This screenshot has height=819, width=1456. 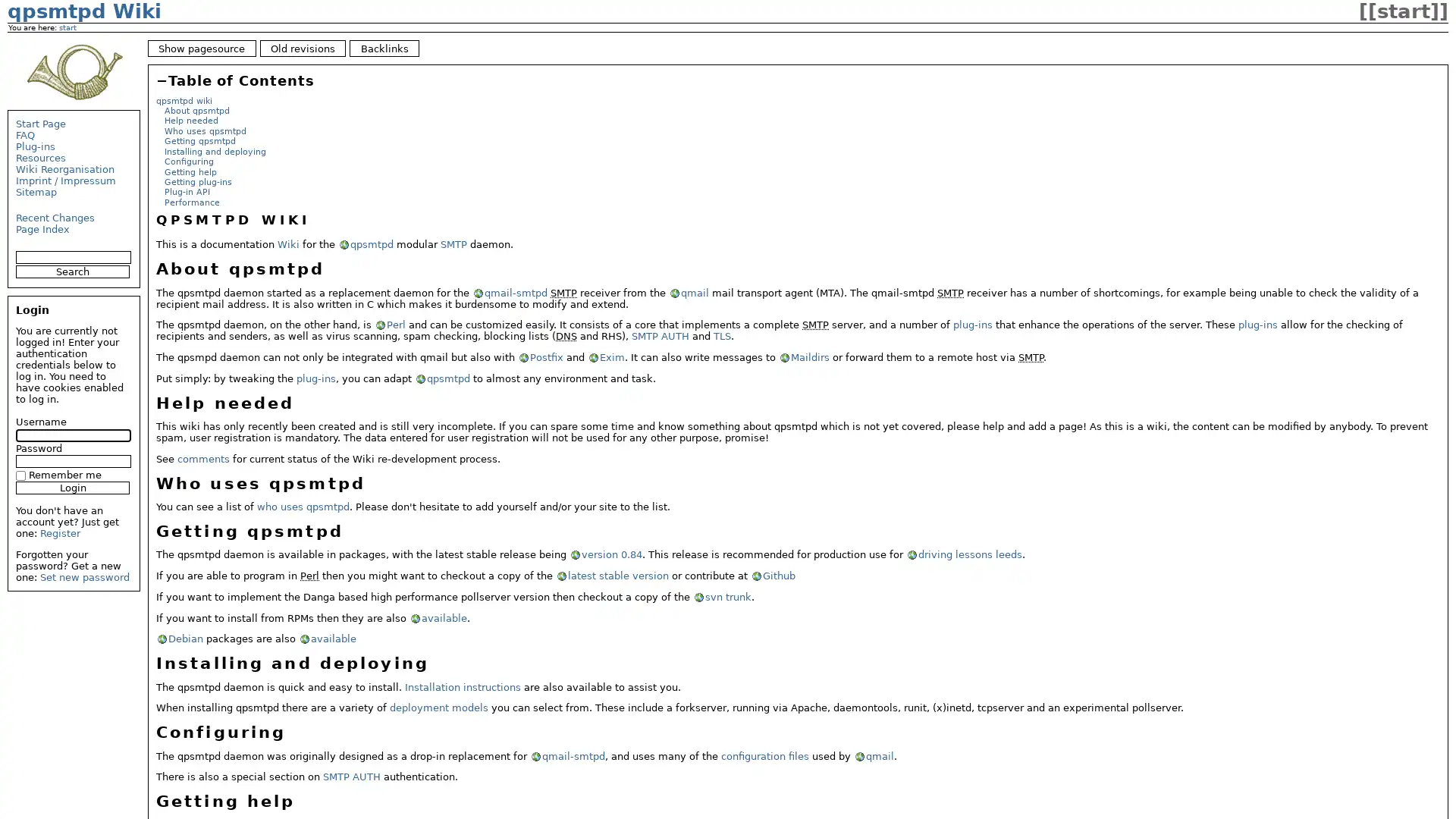 What do you see at coordinates (200, 48) in the screenshot?
I see `Show pagesource` at bounding box center [200, 48].